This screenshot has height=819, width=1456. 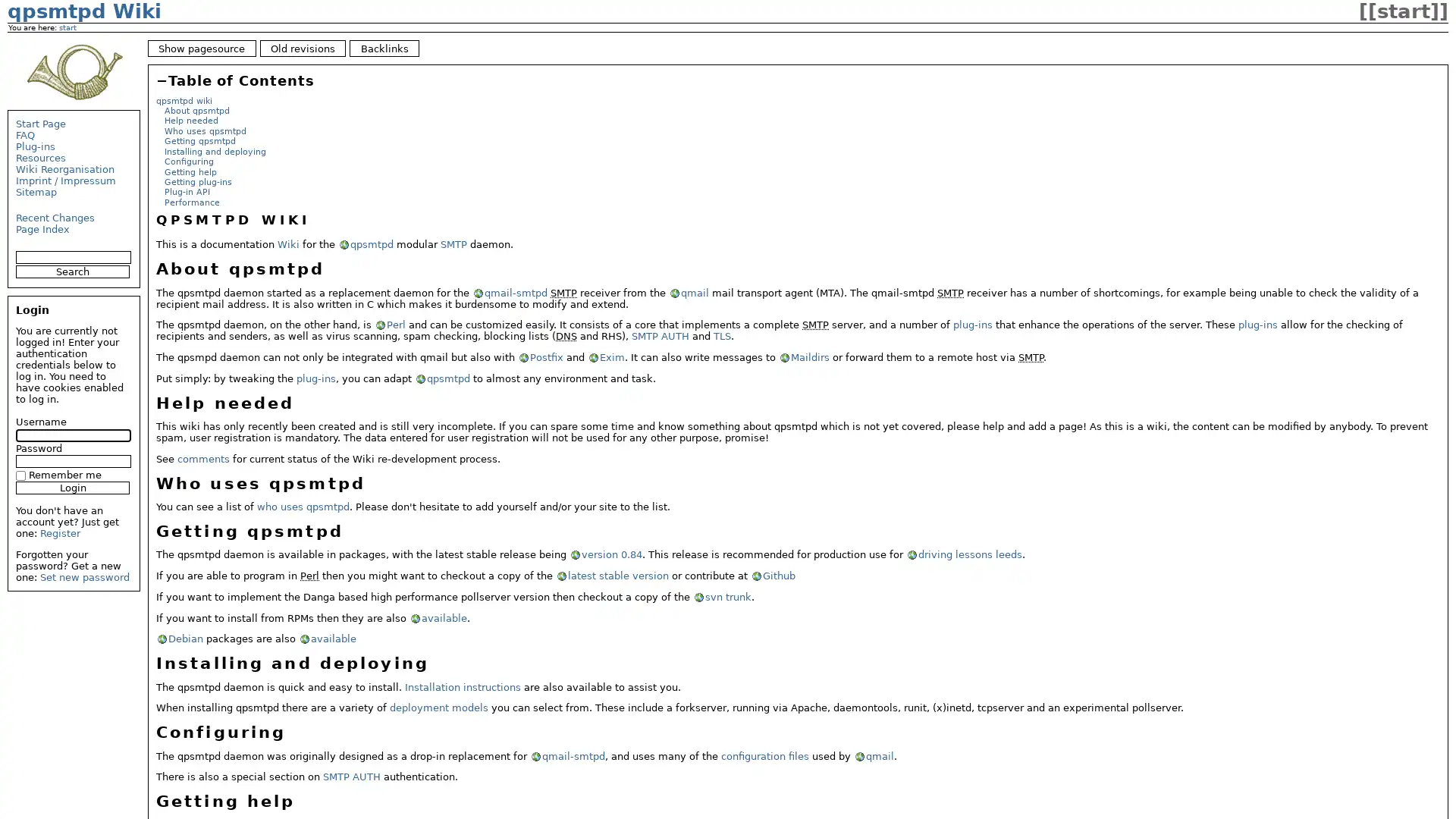 What do you see at coordinates (200, 48) in the screenshot?
I see `Show pagesource` at bounding box center [200, 48].